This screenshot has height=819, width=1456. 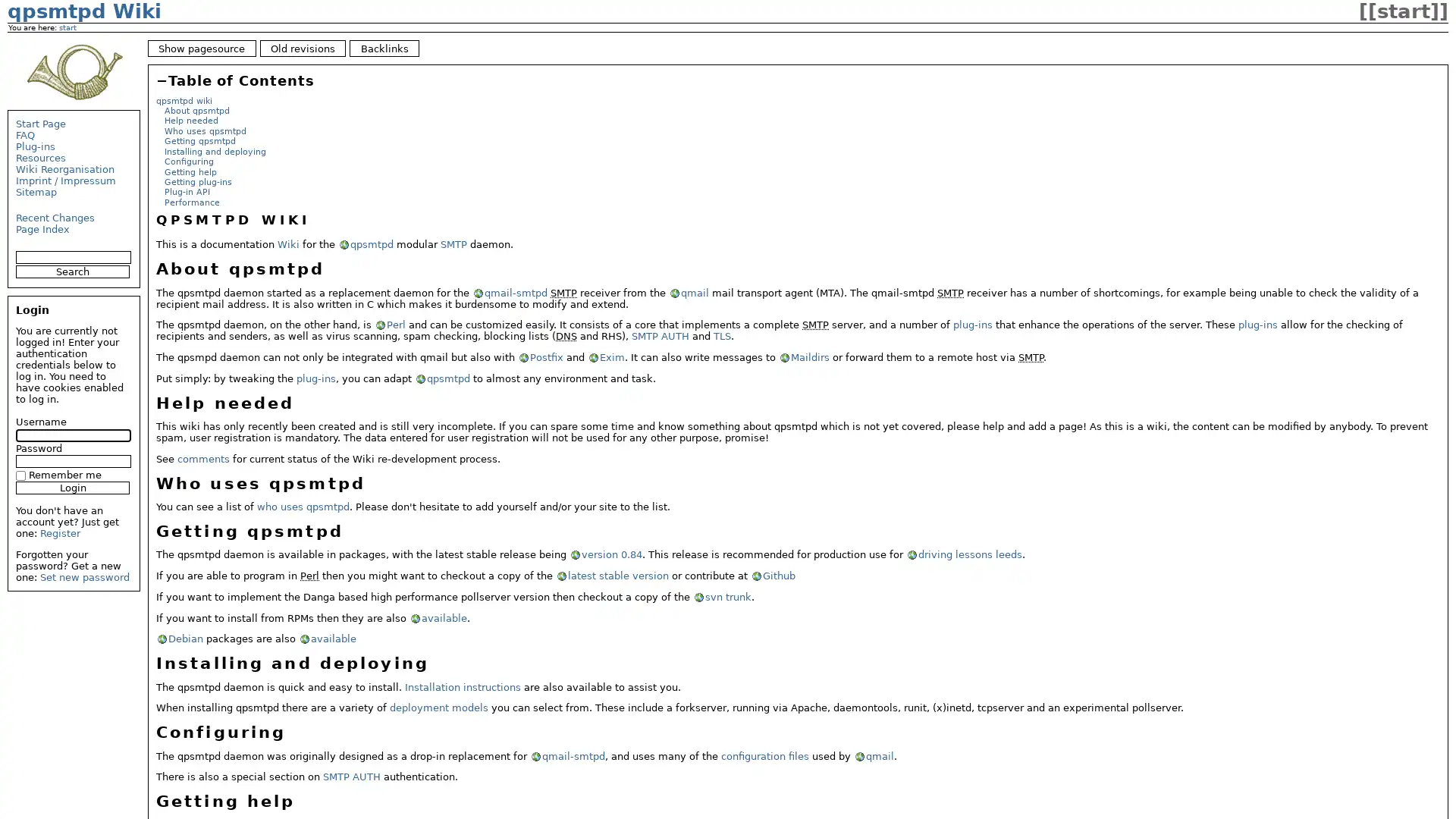 What do you see at coordinates (200, 48) in the screenshot?
I see `Show pagesource` at bounding box center [200, 48].